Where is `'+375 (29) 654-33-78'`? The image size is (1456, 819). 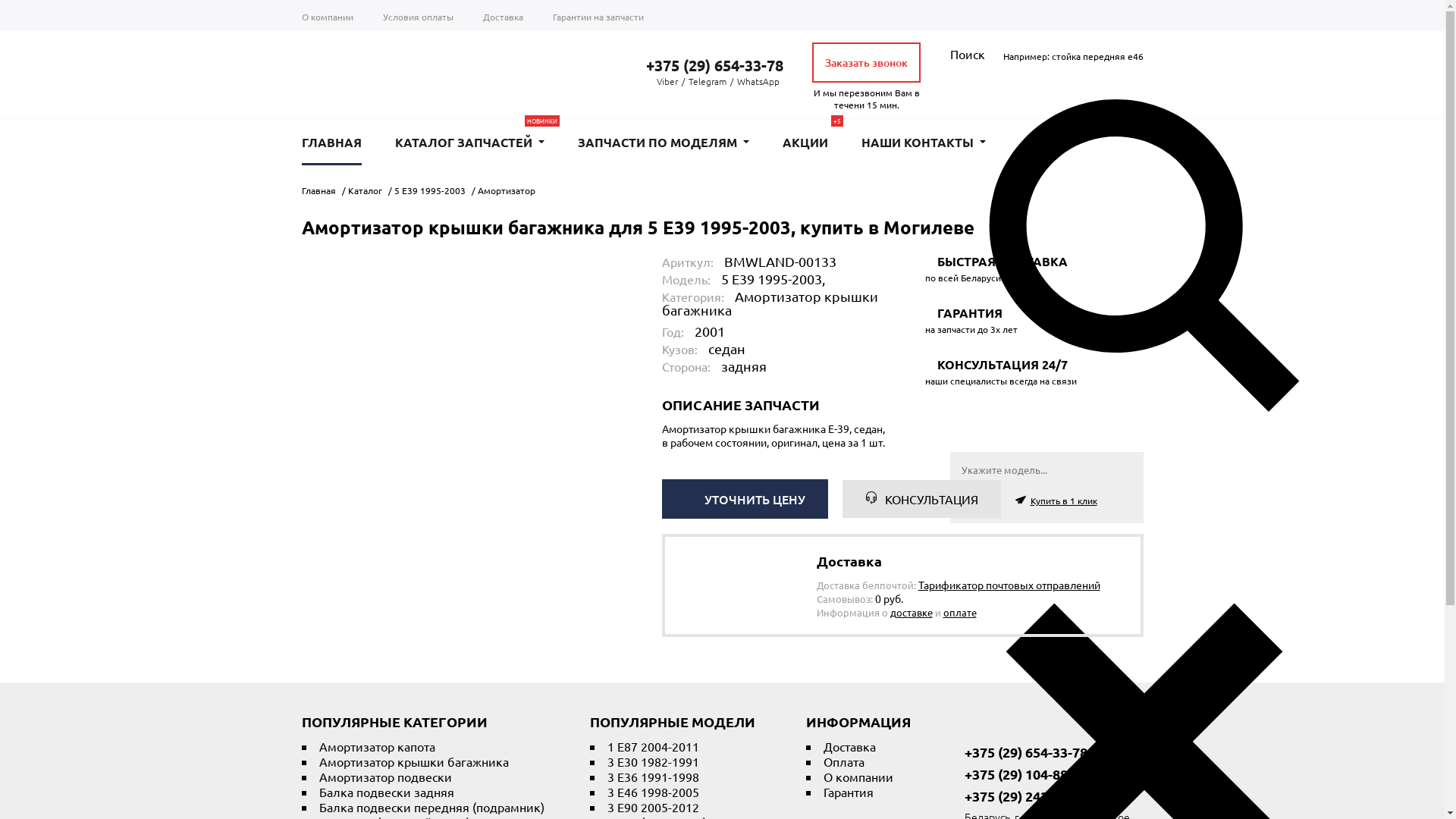
'+375 (29) 654-33-78' is located at coordinates (704, 64).